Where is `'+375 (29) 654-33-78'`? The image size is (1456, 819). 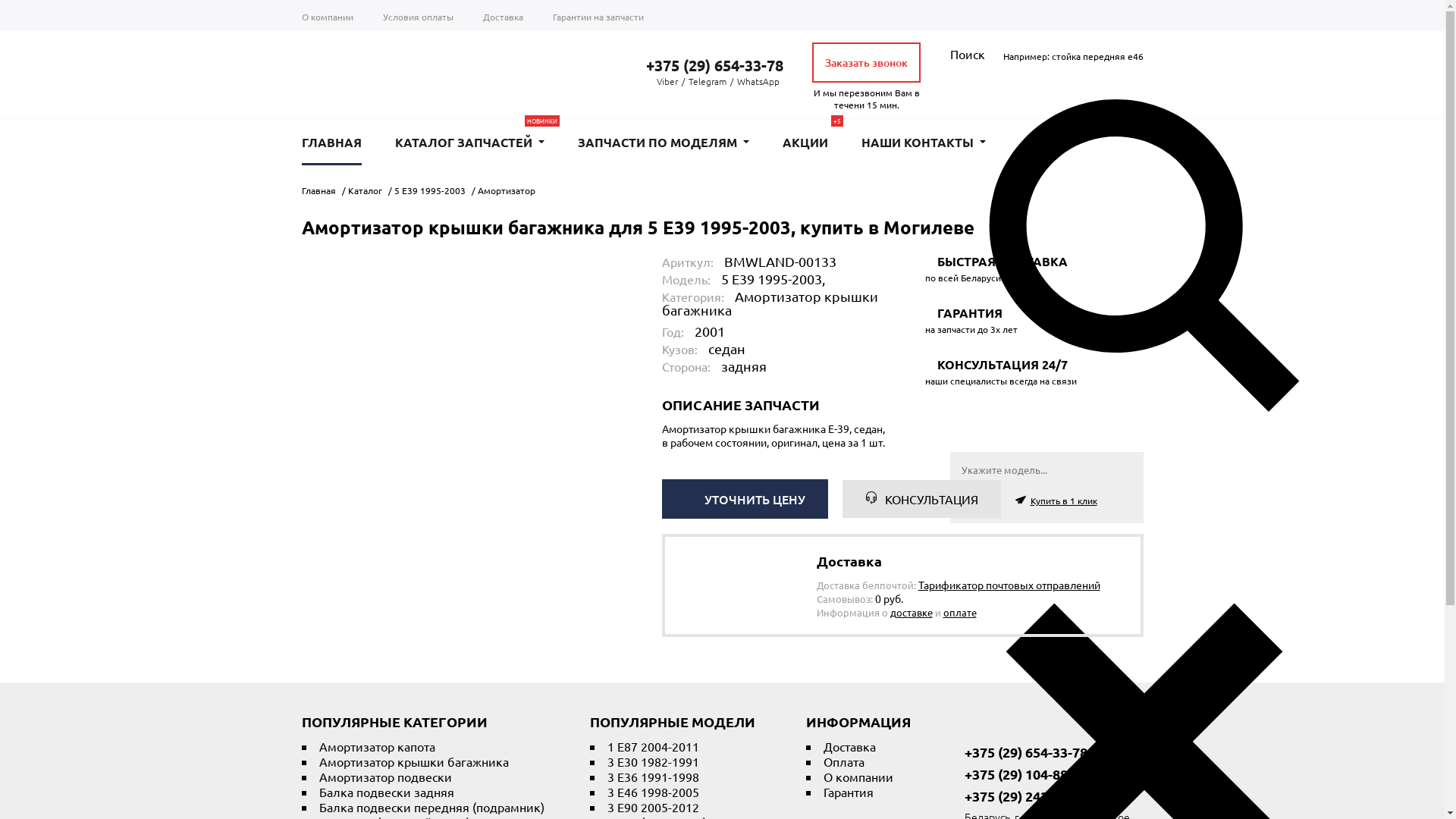
'+375 (29) 654-33-78' is located at coordinates (704, 64).